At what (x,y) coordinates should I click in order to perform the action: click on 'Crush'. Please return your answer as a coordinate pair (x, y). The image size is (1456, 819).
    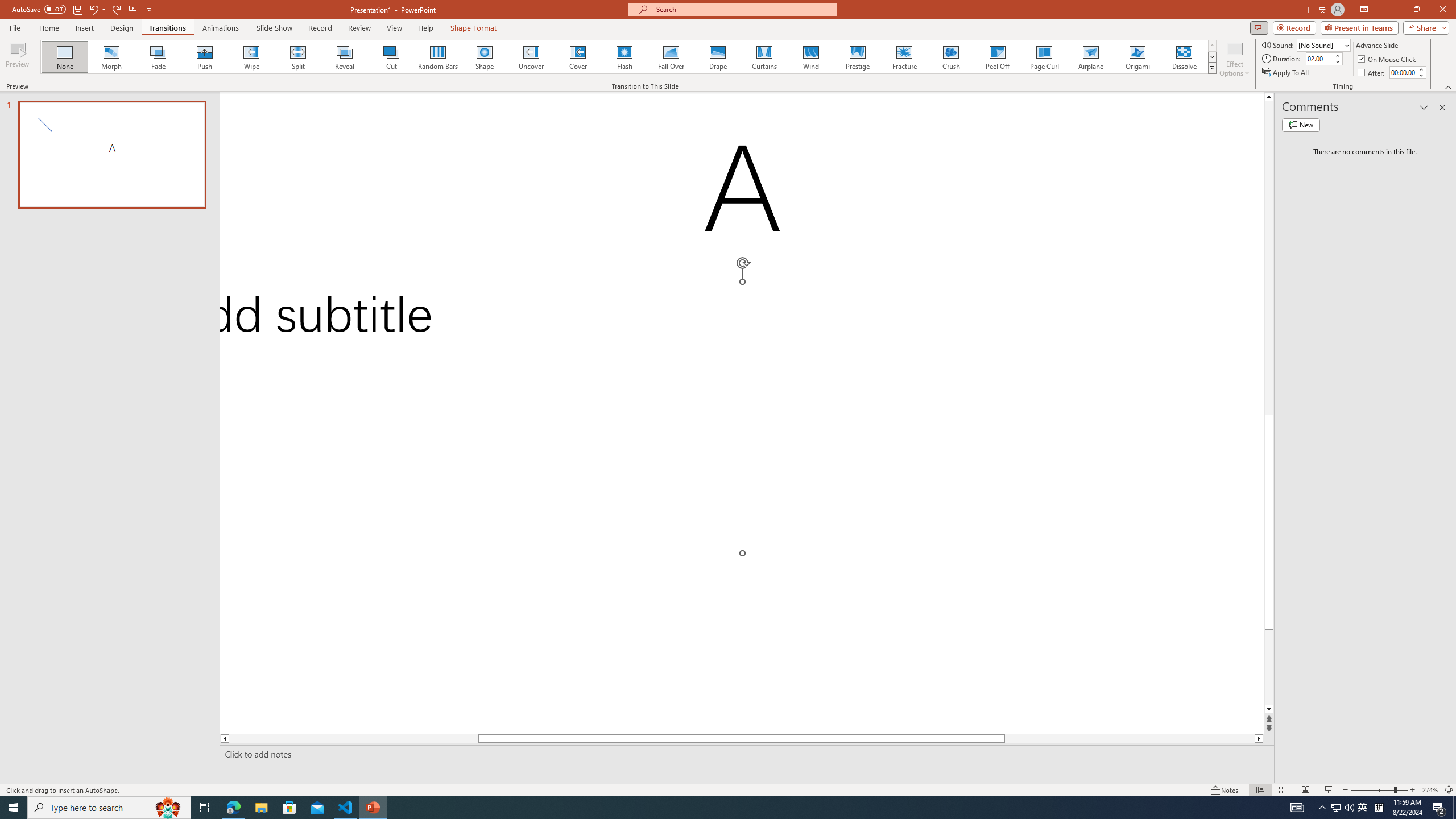
    Looking at the image, I should click on (950, 56).